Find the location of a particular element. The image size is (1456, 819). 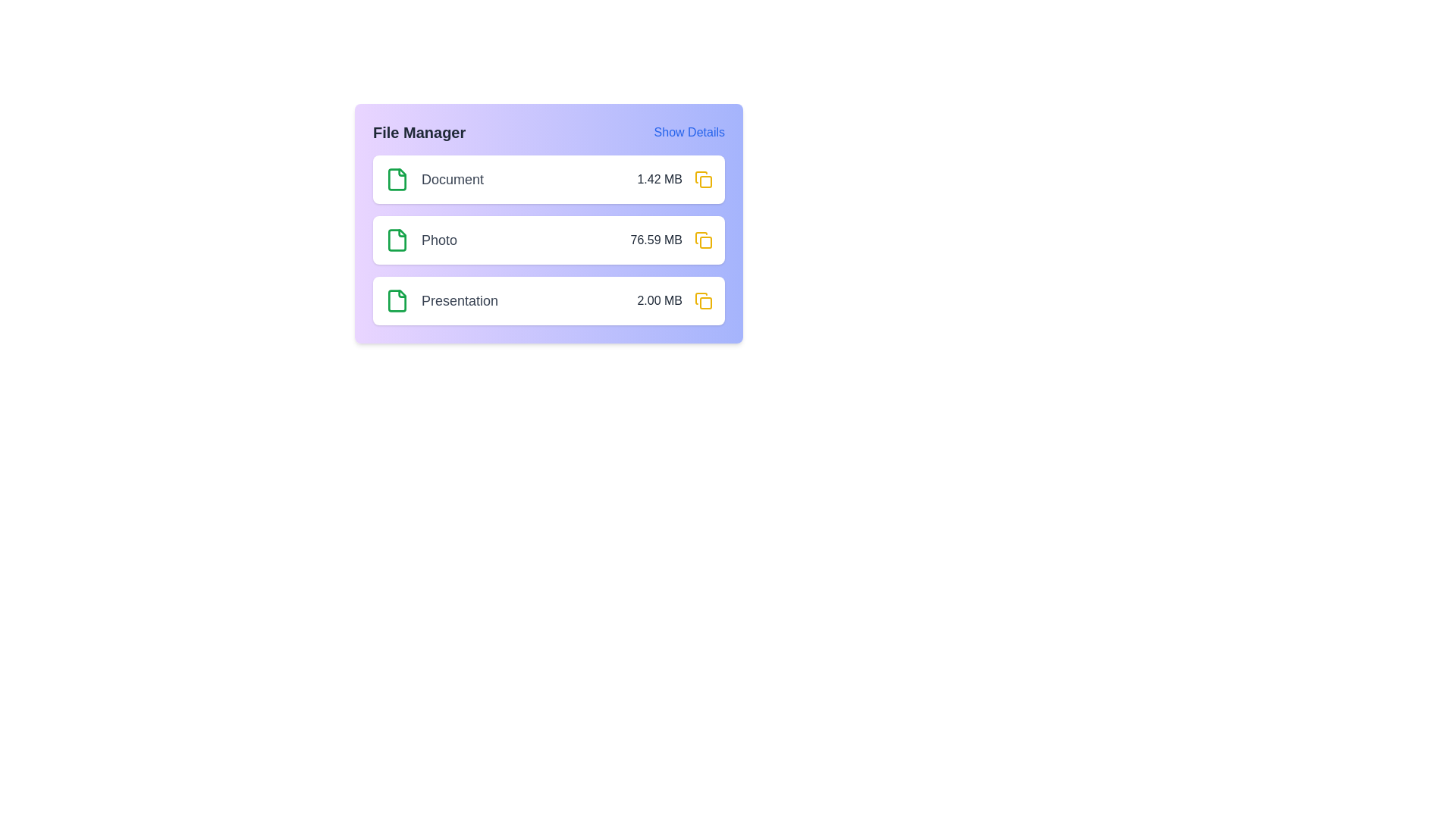

the third text label in the File Manager pane that identifies the file named 'Presentation' is located at coordinates (459, 301).